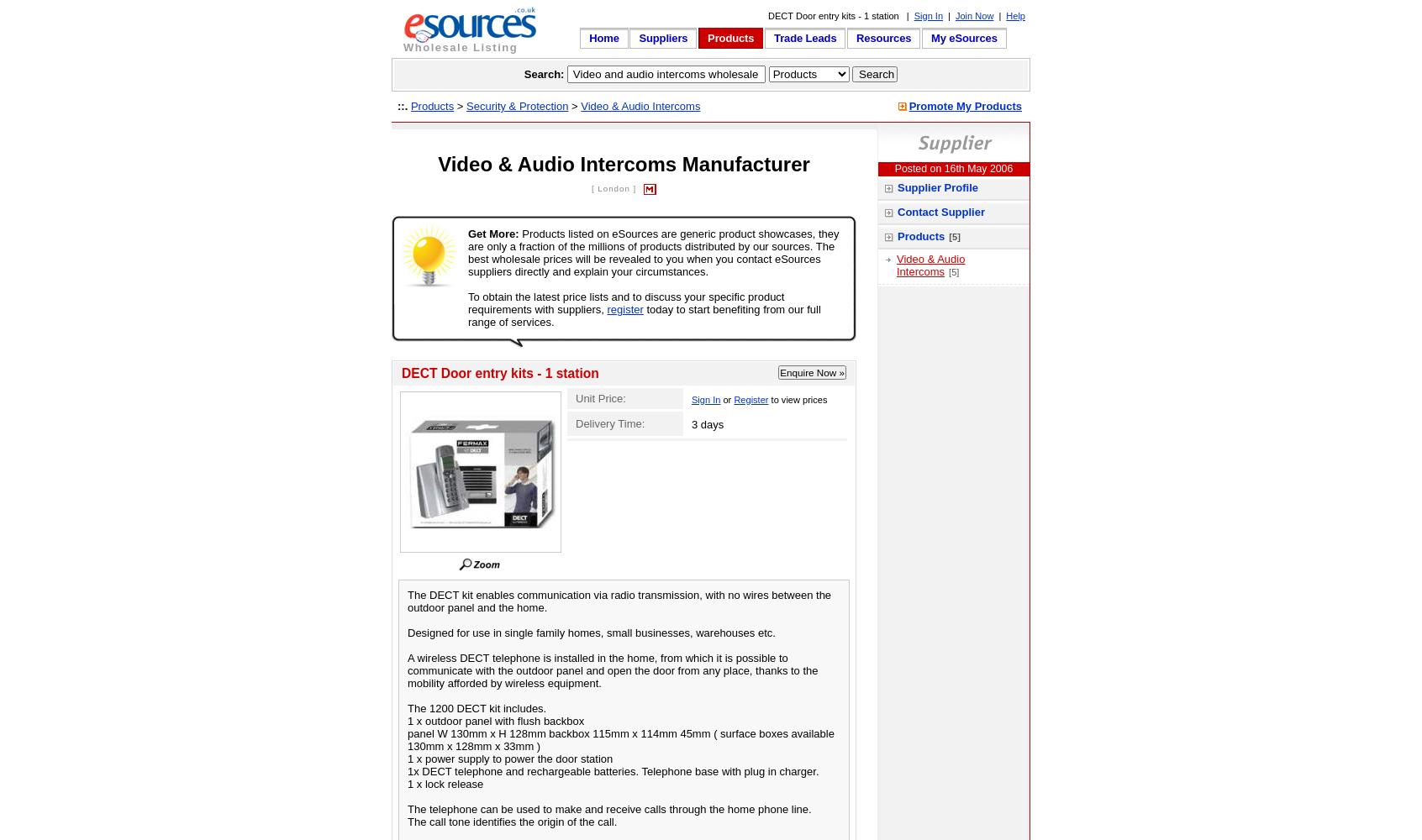 This screenshot has height=840, width=1422. Describe the element at coordinates (403, 47) in the screenshot. I see `'Wholesale Listing'` at that location.